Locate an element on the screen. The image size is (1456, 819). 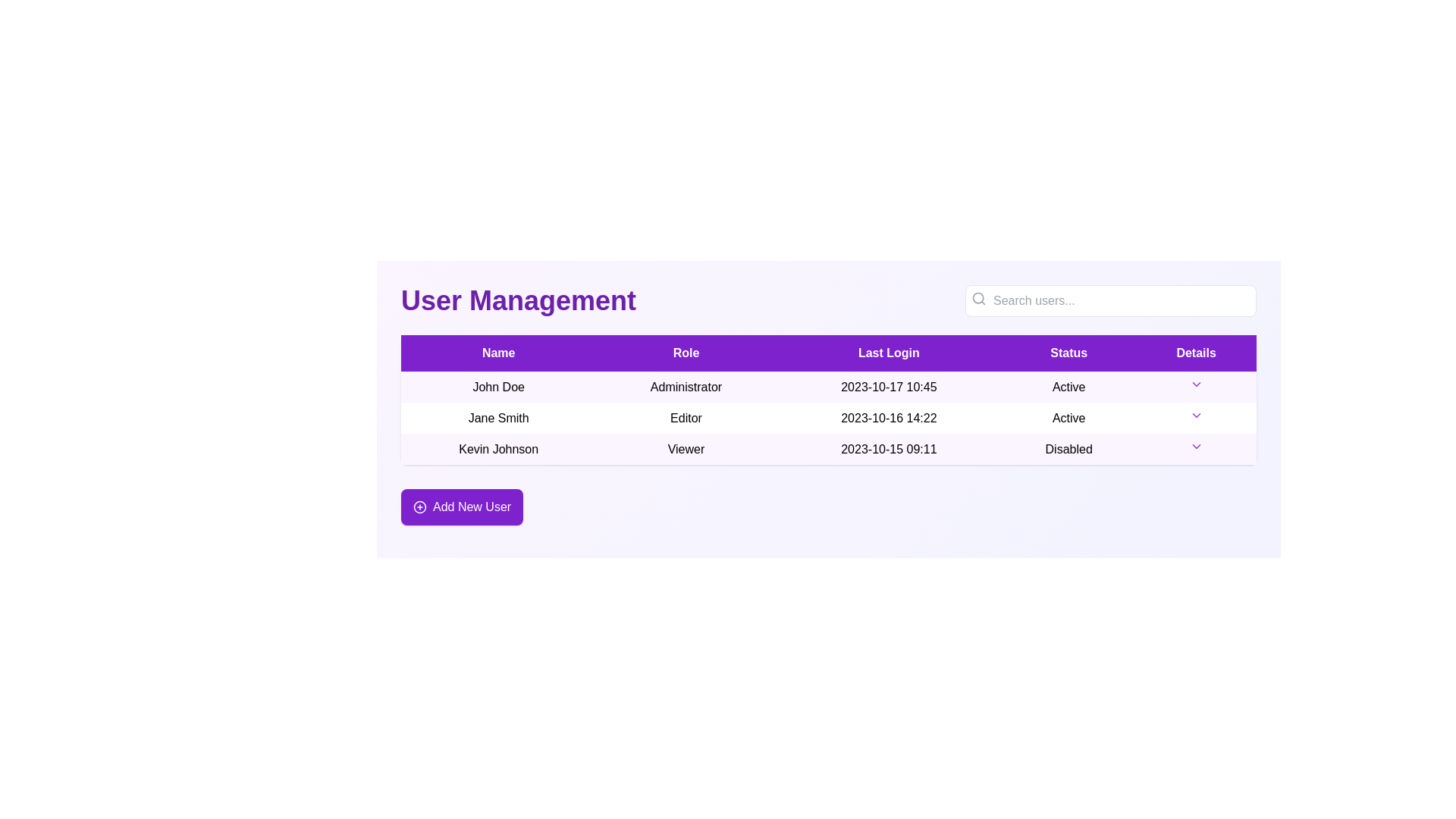
text of the status indicator for user 'Kevin Johnson' located in the third row under the 'Status' column is located at coordinates (1068, 448).